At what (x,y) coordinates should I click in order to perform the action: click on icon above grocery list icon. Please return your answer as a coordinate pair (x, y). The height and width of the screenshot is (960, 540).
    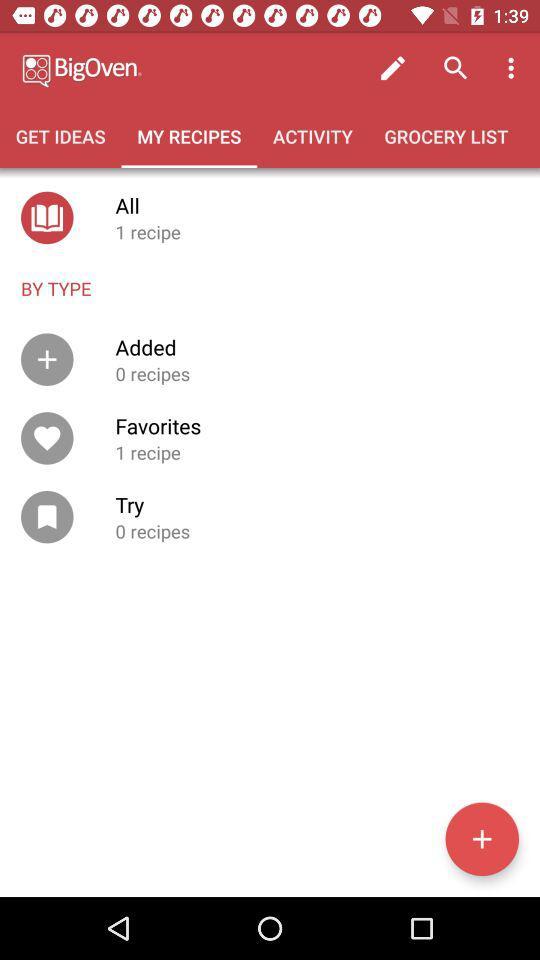
    Looking at the image, I should click on (393, 68).